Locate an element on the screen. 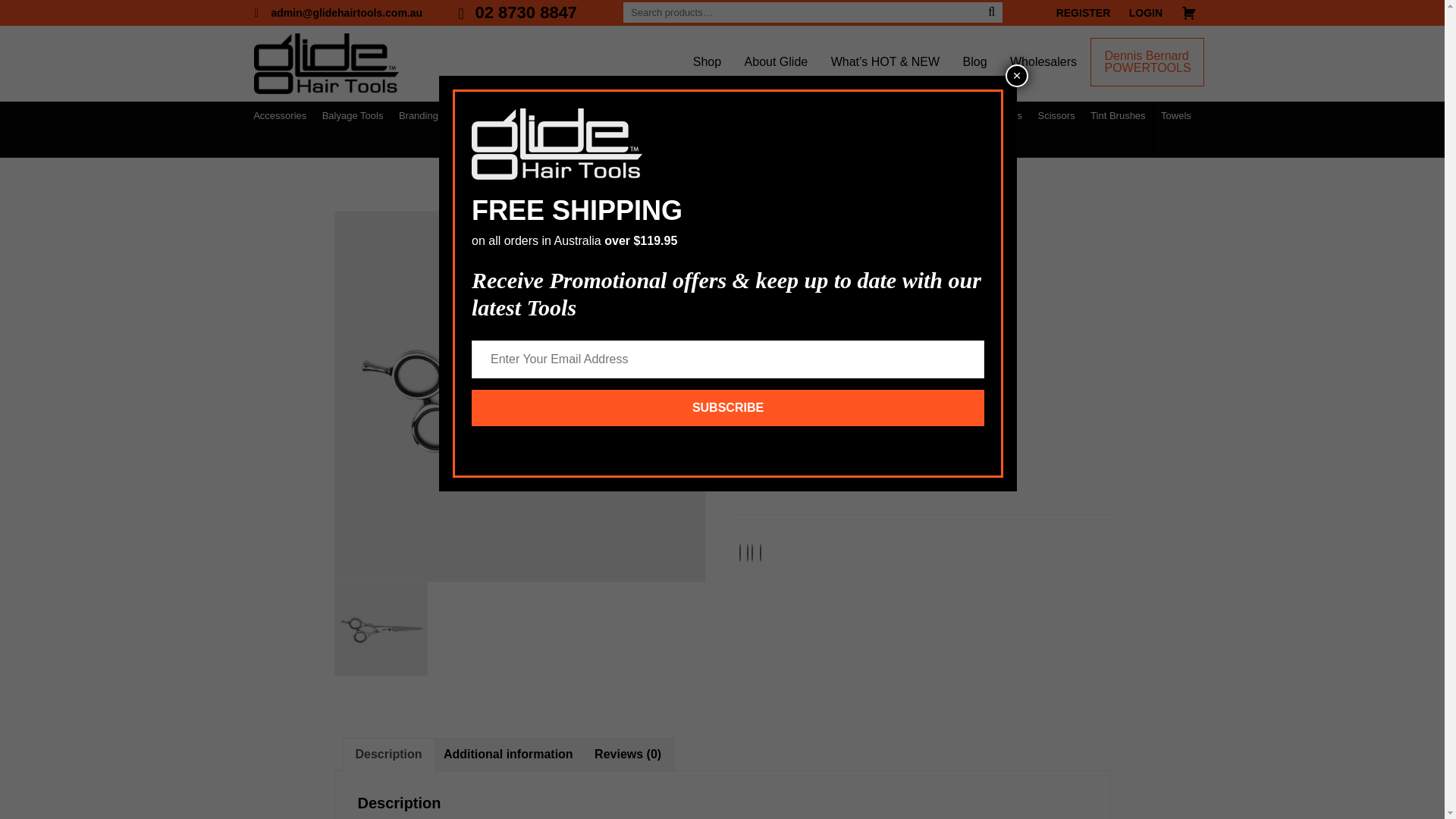 Image resolution: width=1456 pixels, height=819 pixels. 'About Glide' is located at coordinates (735, 61).